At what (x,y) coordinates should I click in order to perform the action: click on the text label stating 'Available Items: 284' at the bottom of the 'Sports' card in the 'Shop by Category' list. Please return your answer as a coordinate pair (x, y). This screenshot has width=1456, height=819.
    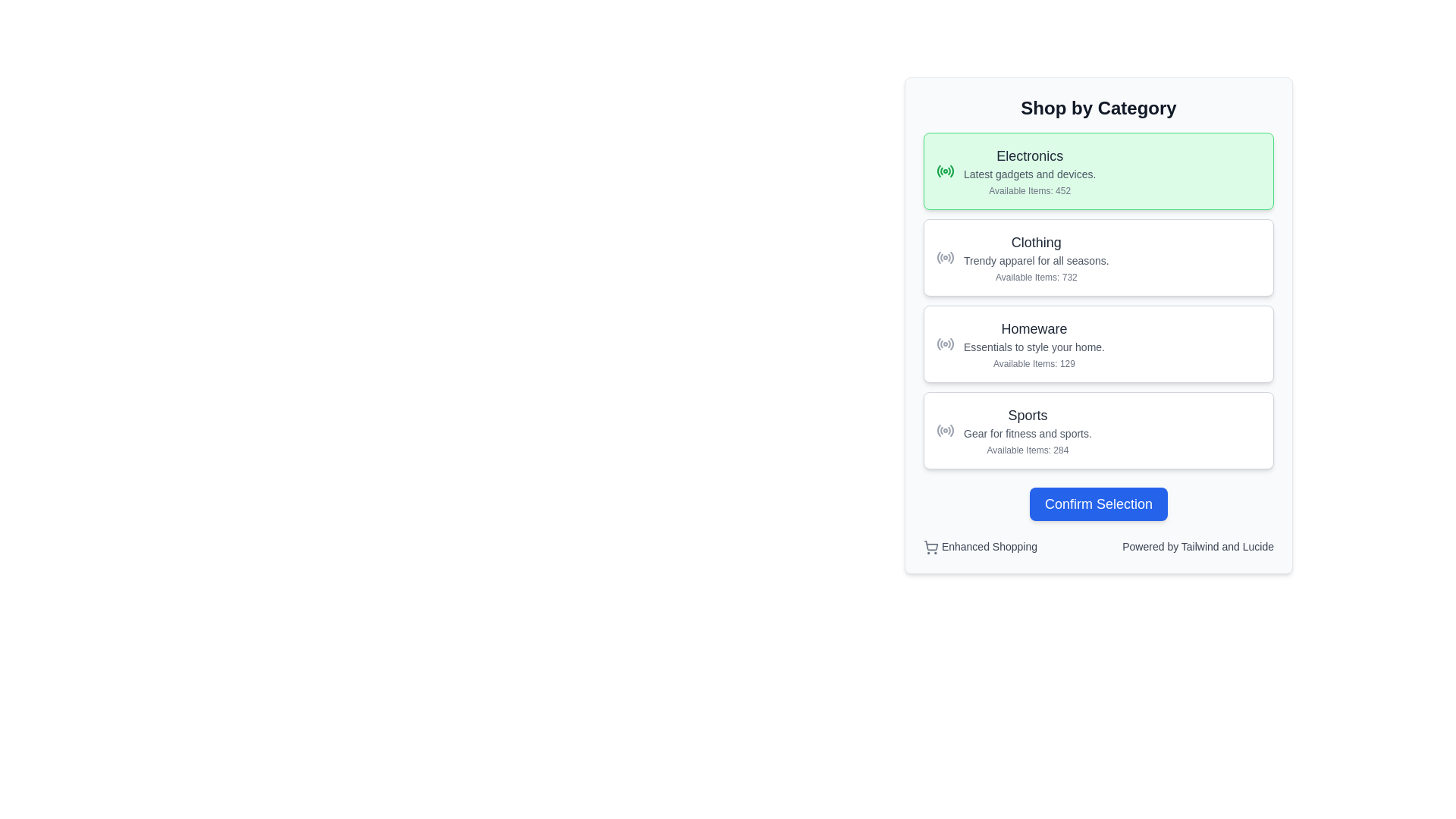
    Looking at the image, I should click on (1028, 450).